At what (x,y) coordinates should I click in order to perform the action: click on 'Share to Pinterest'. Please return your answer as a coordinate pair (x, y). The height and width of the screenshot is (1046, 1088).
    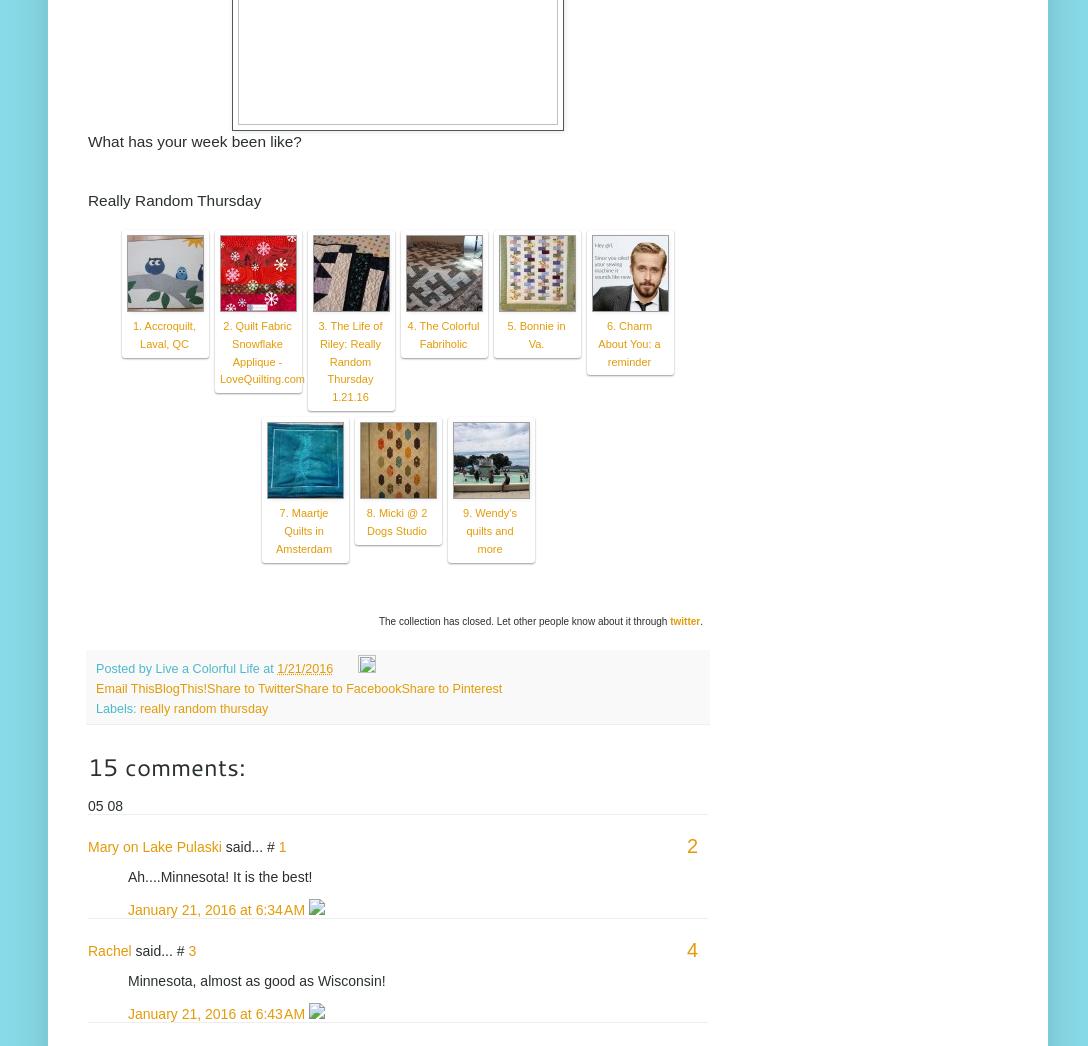
    Looking at the image, I should click on (401, 687).